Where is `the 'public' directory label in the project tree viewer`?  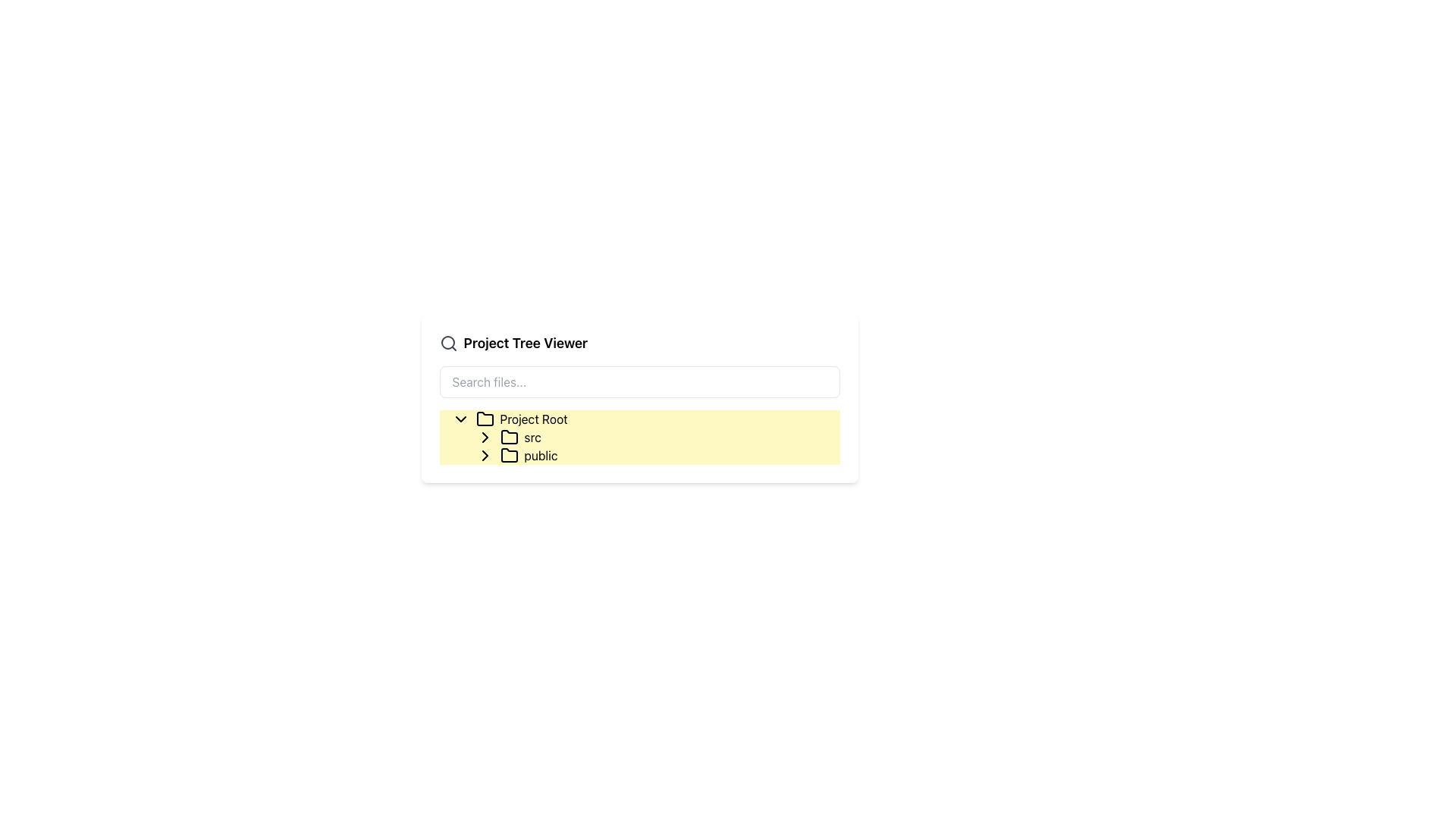 the 'public' directory label in the project tree viewer is located at coordinates (529, 455).